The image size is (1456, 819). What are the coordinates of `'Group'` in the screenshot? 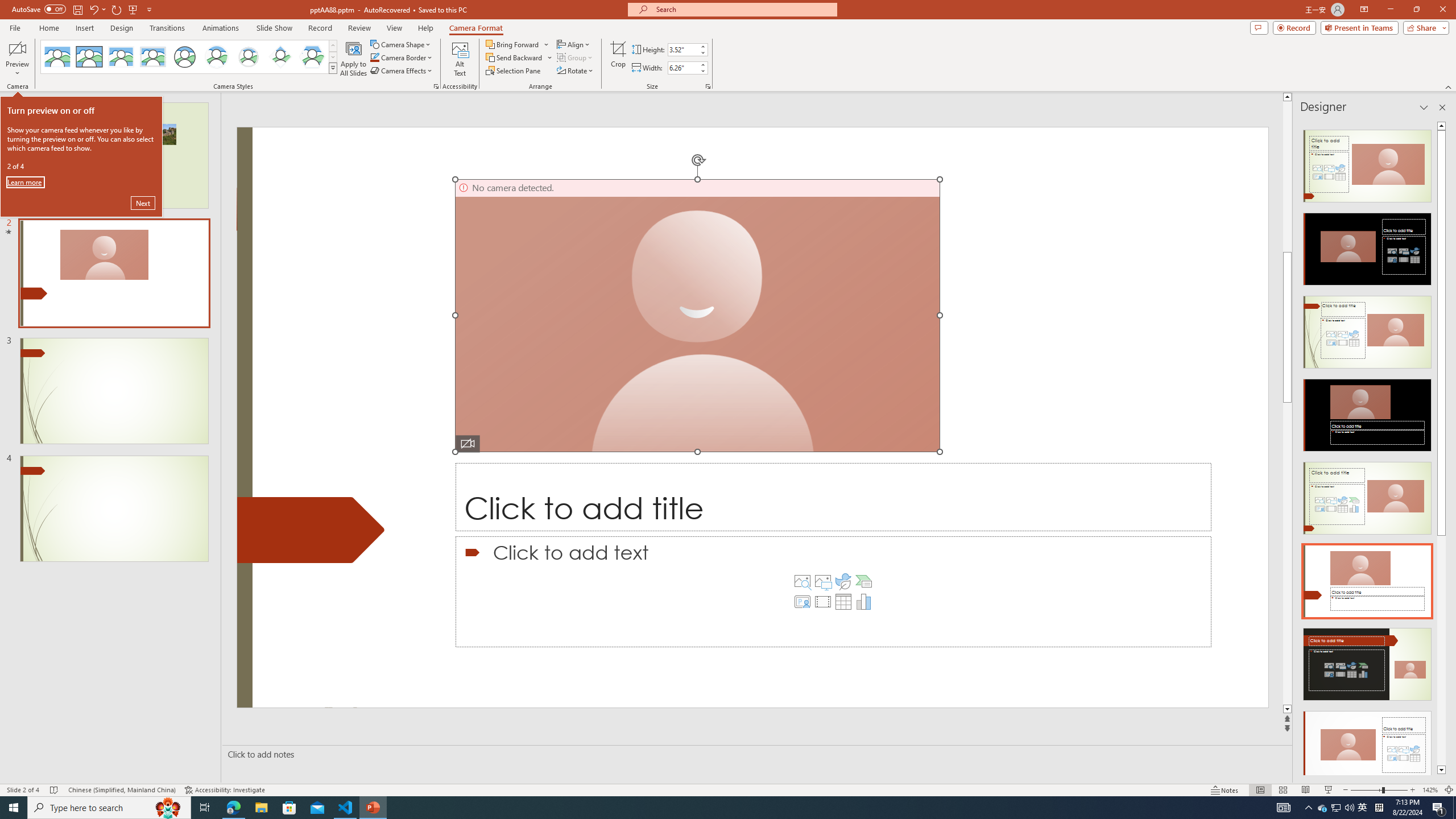 It's located at (575, 56).